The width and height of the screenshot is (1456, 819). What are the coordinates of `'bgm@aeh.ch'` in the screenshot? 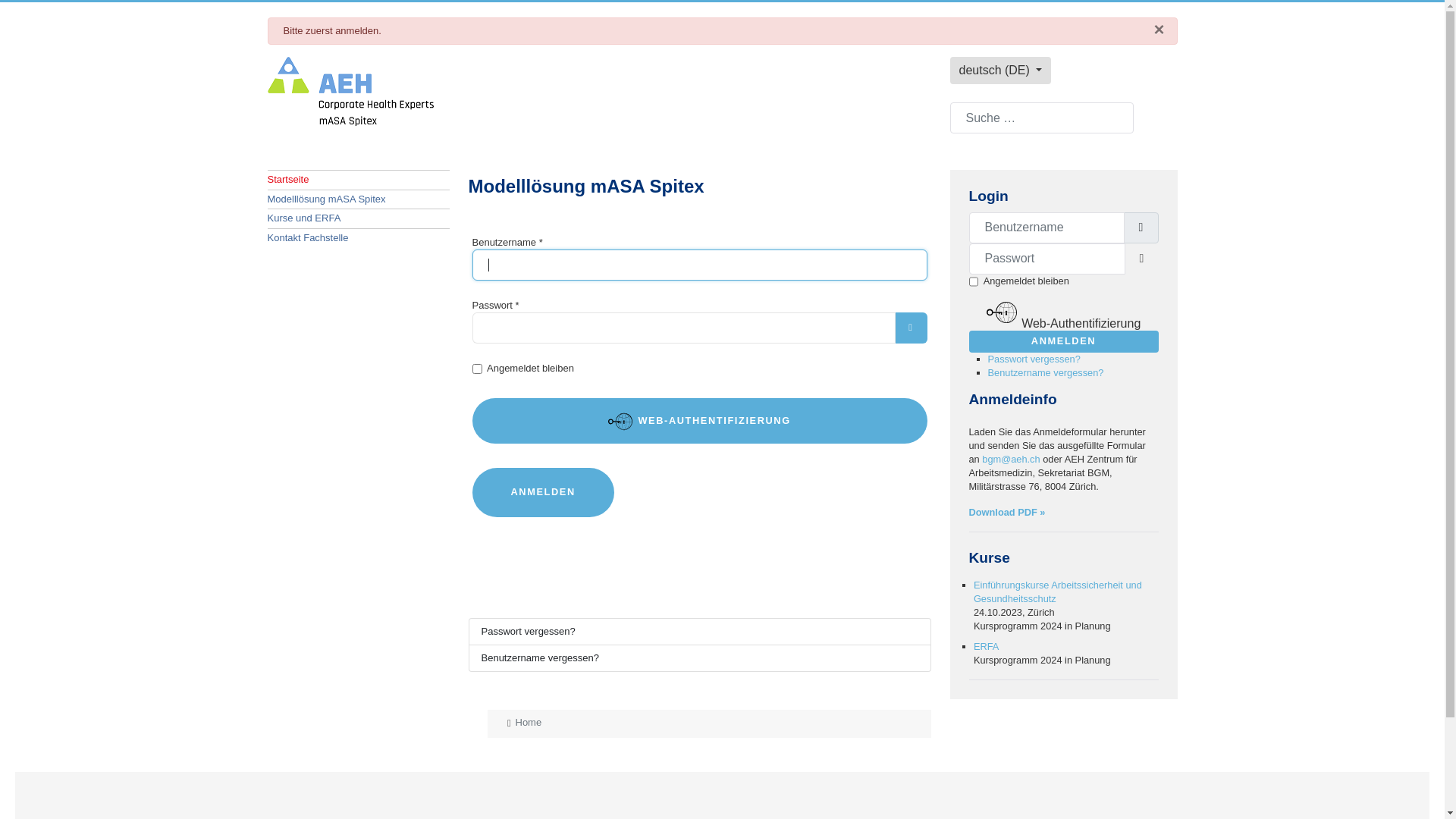 It's located at (1011, 458).